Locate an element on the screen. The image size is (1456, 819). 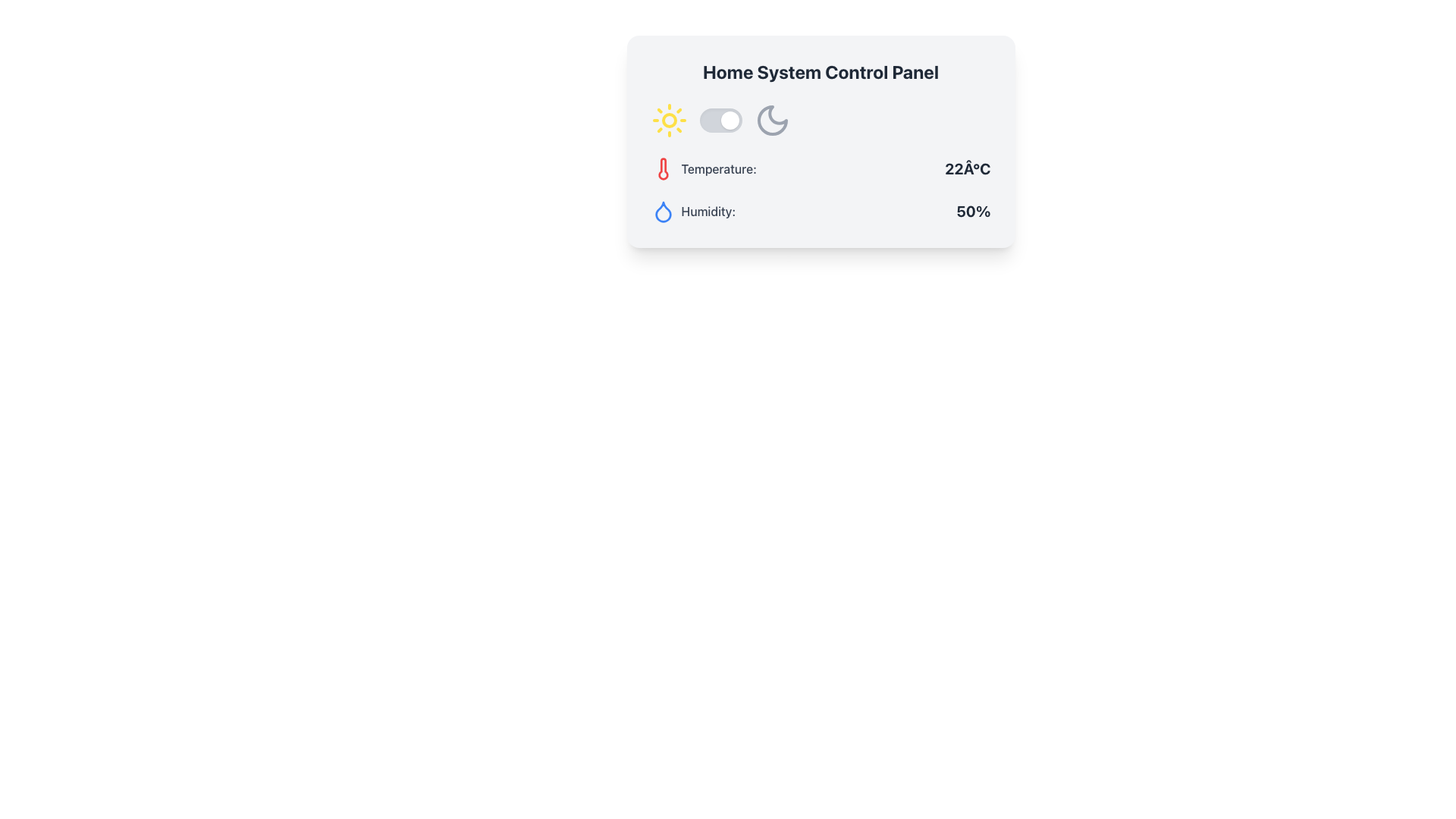
the blue water droplet icon representing humidity located to the left of the 'Humidity:' text, as a reference is located at coordinates (663, 211).